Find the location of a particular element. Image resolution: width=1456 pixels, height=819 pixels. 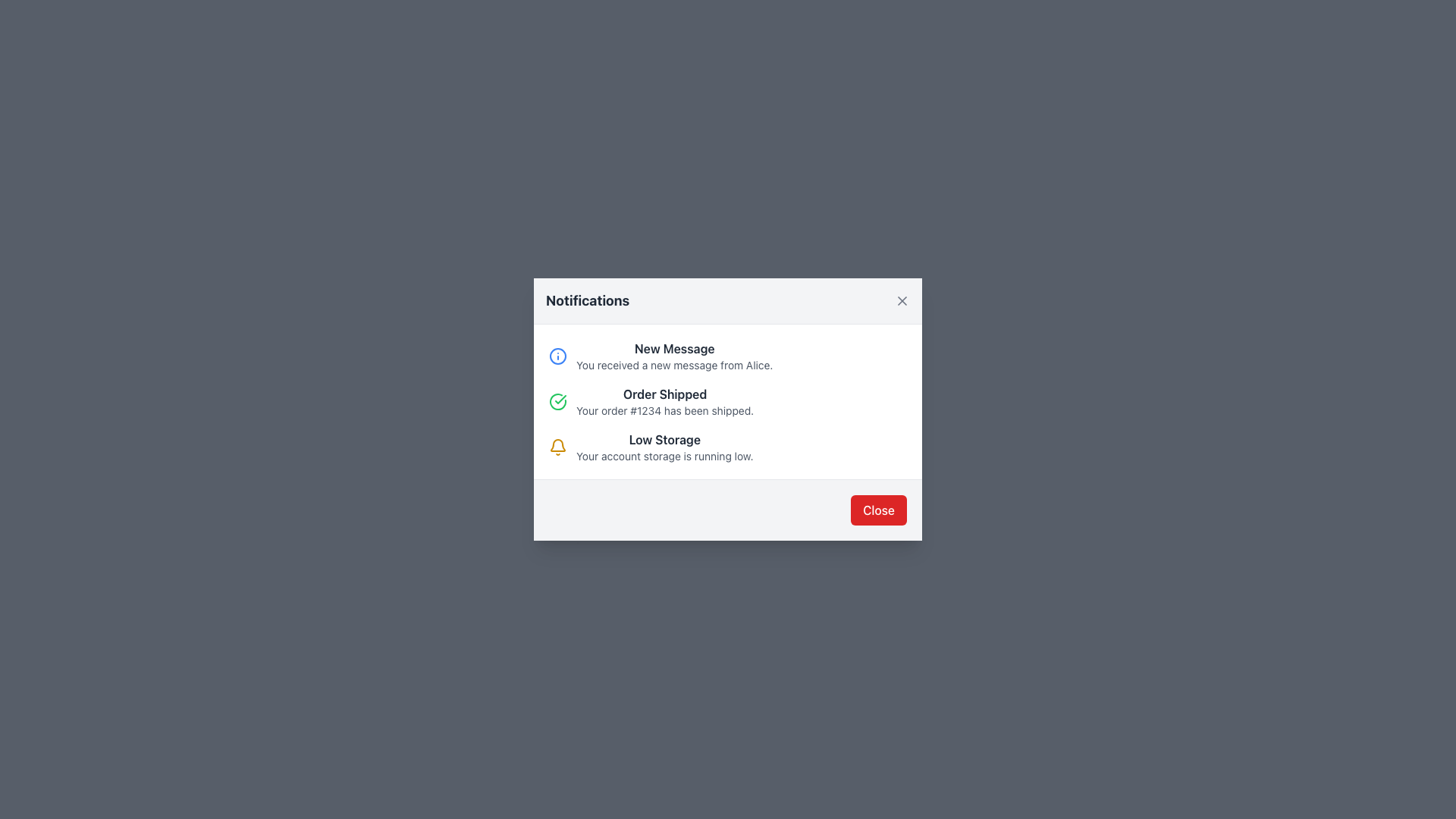

the text label displaying the message 'Your account storage is running low.' located under the 'Low Storage' heading in the notification box is located at coordinates (664, 455).